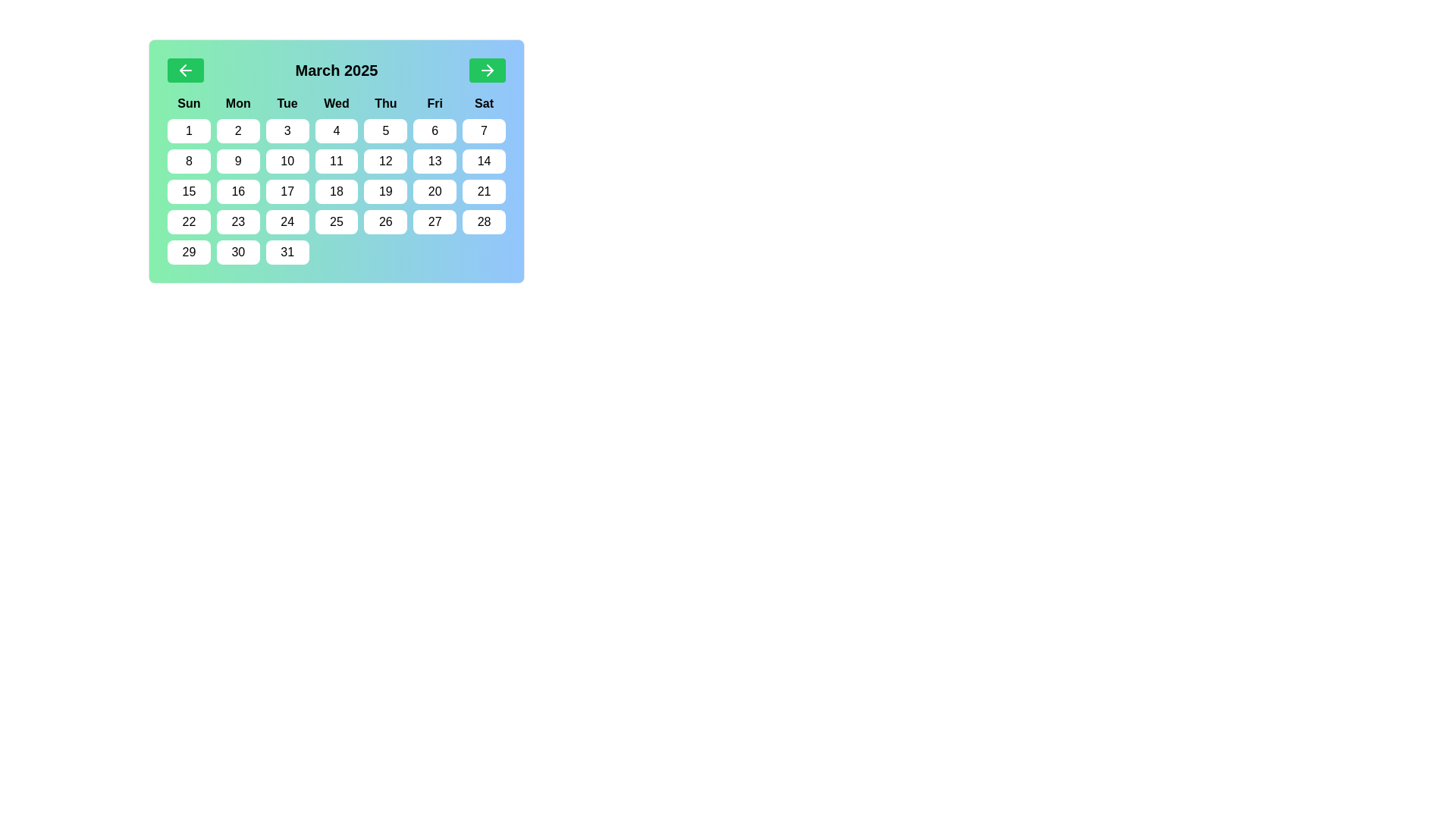 Image resolution: width=1456 pixels, height=819 pixels. Describe the element at coordinates (237, 191) in the screenshot. I see `the button displaying '16' in the center of a white rounded rectangle` at that location.